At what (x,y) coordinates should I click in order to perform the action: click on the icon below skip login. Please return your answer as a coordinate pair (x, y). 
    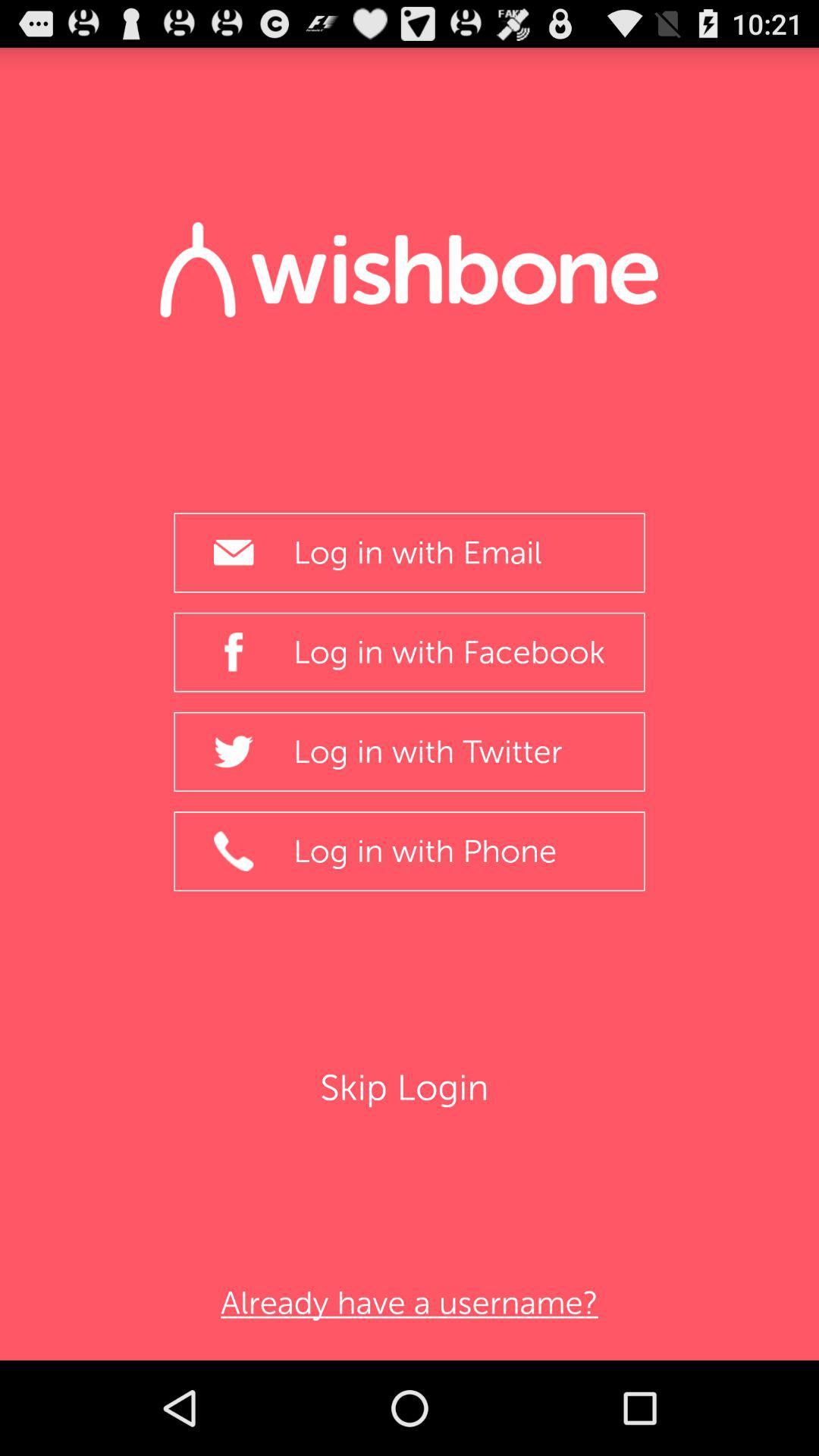
    Looking at the image, I should click on (409, 1302).